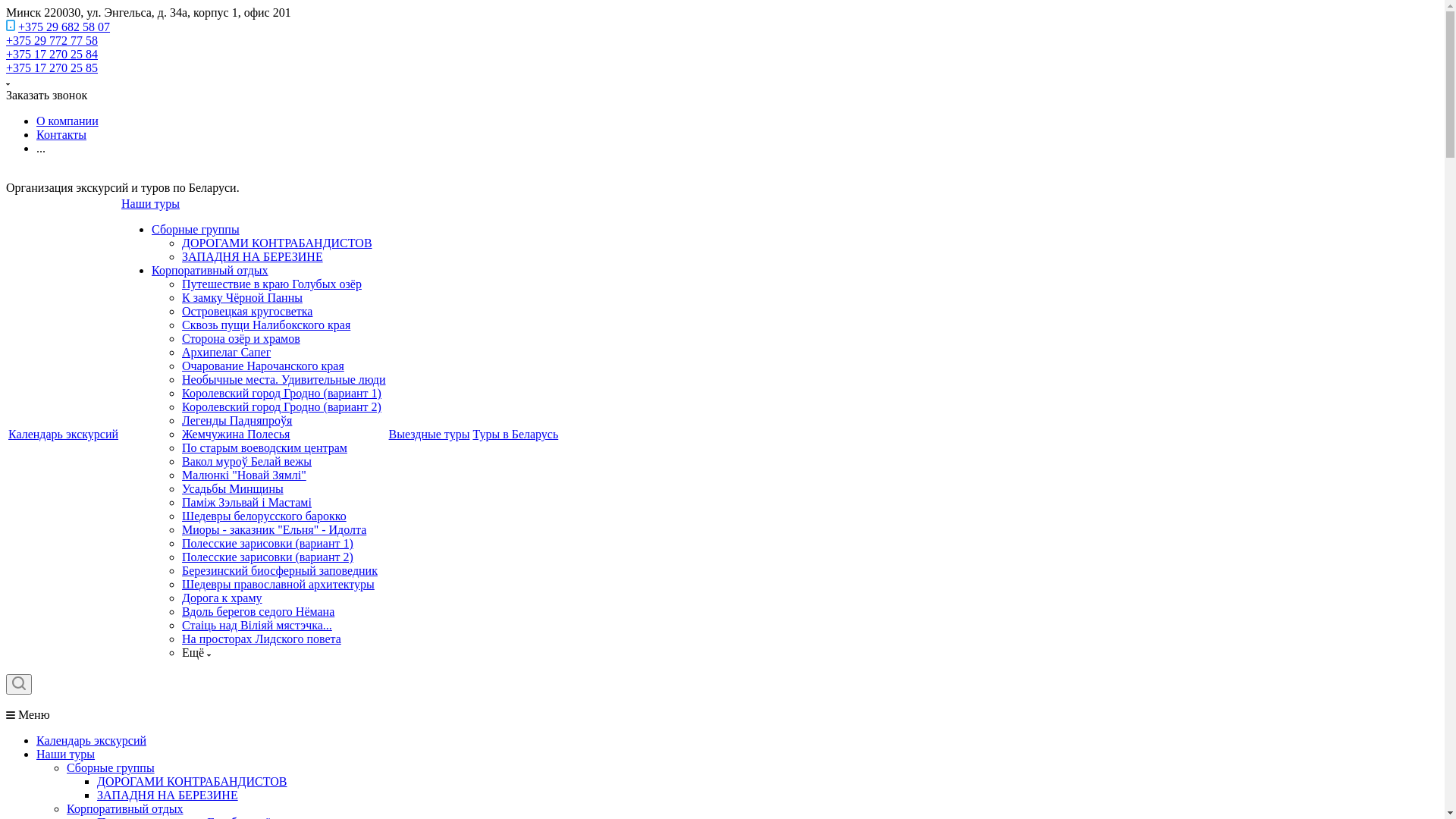 The height and width of the screenshot is (819, 1456). Describe the element at coordinates (63, 27) in the screenshot. I see `'+375 29 682 58 07'` at that location.